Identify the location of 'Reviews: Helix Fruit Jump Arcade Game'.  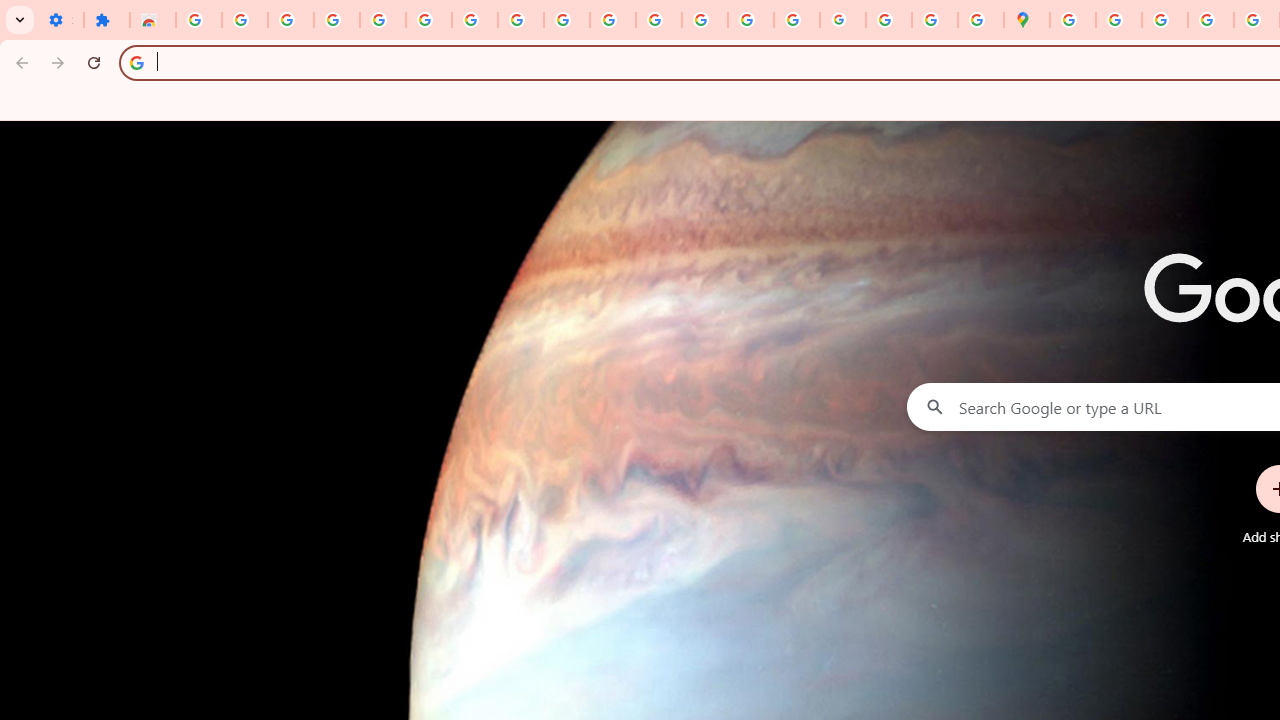
(152, 20).